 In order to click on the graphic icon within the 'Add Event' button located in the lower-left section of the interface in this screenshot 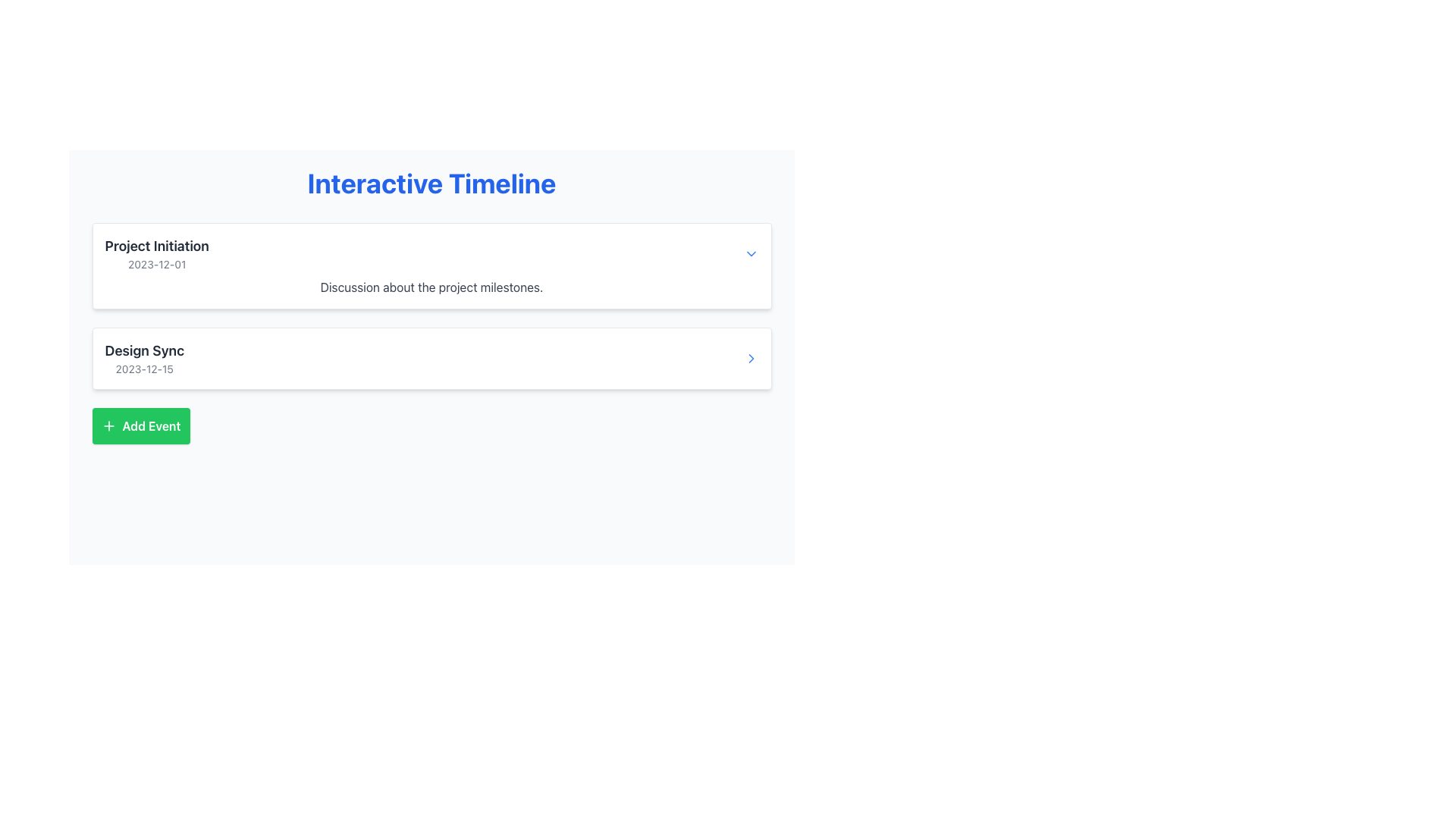, I will do `click(108, 426)`.